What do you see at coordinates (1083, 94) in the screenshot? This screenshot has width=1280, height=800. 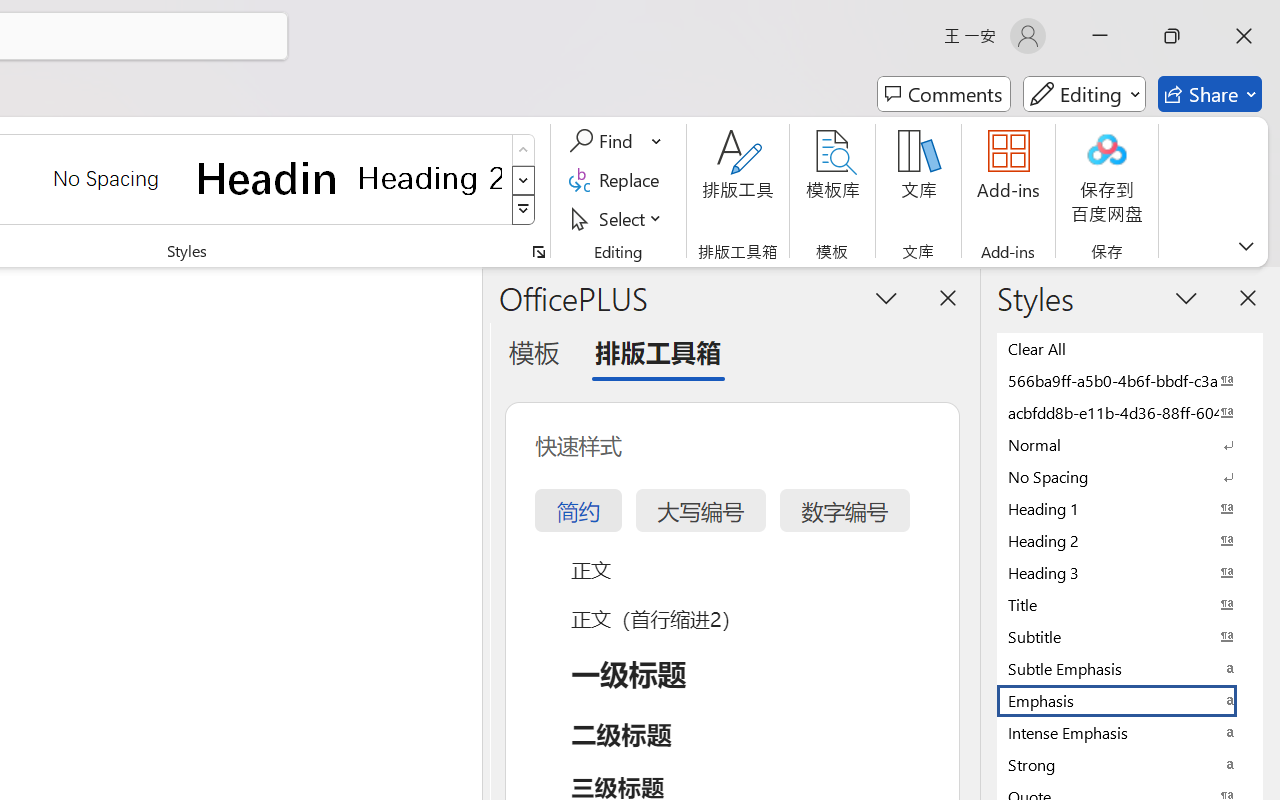 I see `'Mode'` at bounding box center [1083, 94].